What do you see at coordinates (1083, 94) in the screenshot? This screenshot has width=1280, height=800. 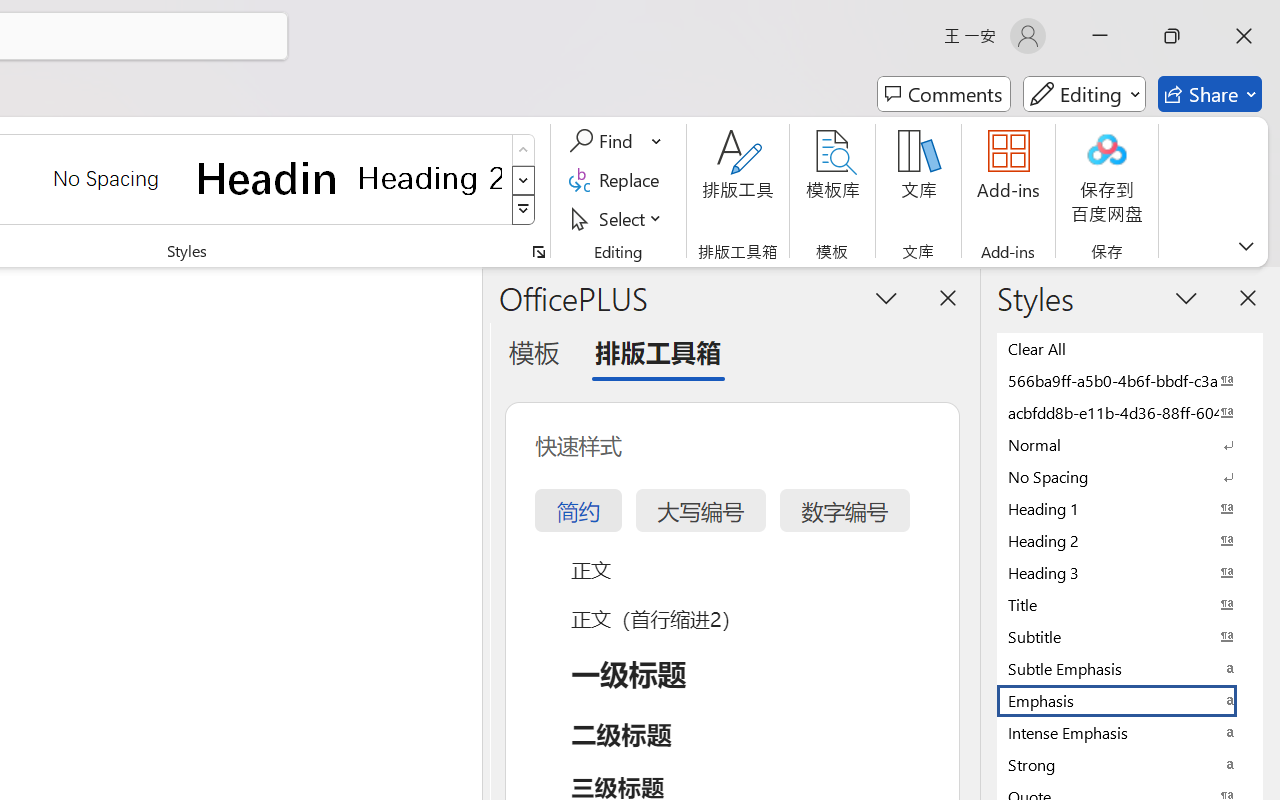 I see `'Mode'` at bounding box center [1083, 94].